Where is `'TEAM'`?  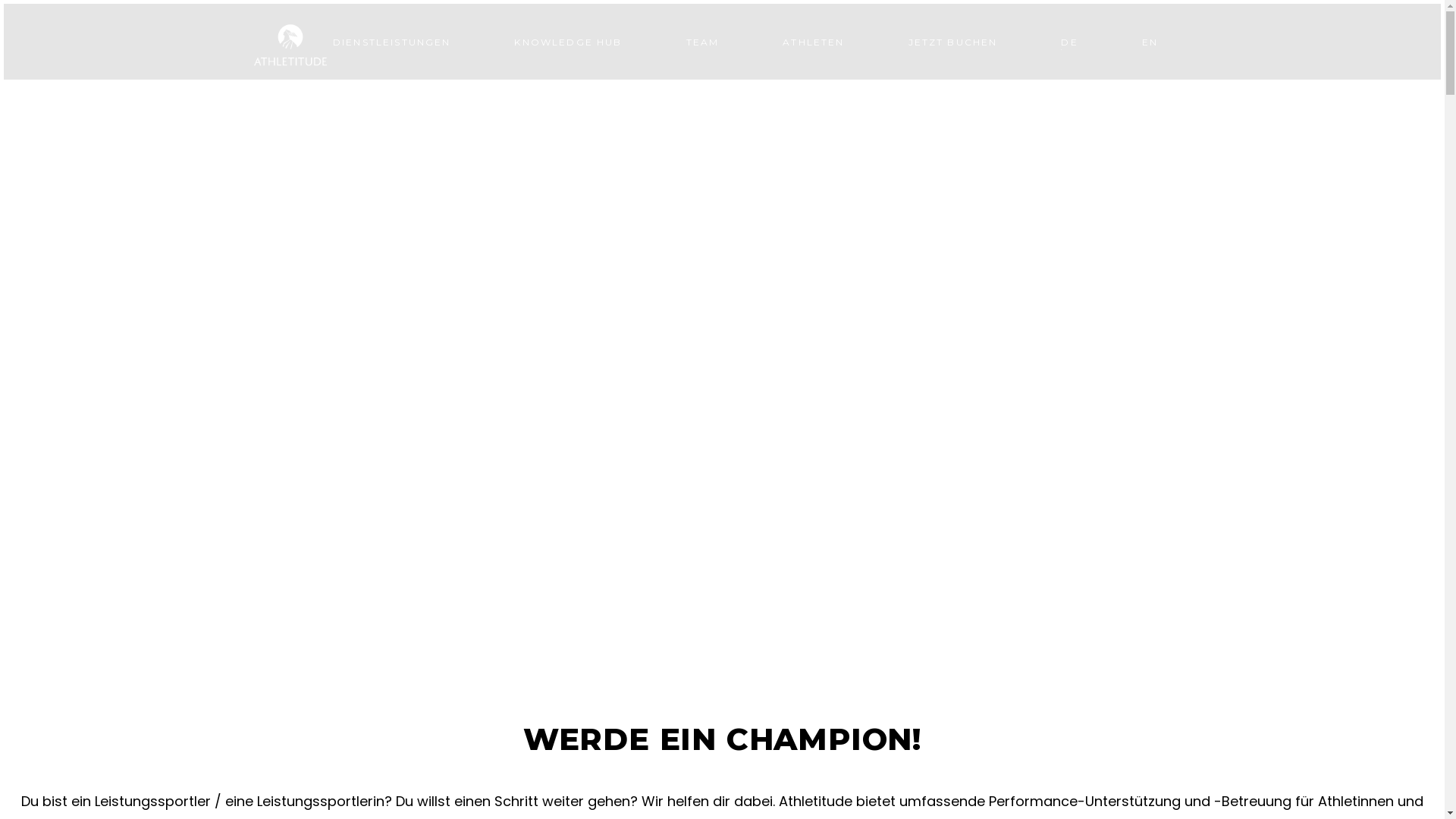
'TEAM' is located at coordinates (701, 41).